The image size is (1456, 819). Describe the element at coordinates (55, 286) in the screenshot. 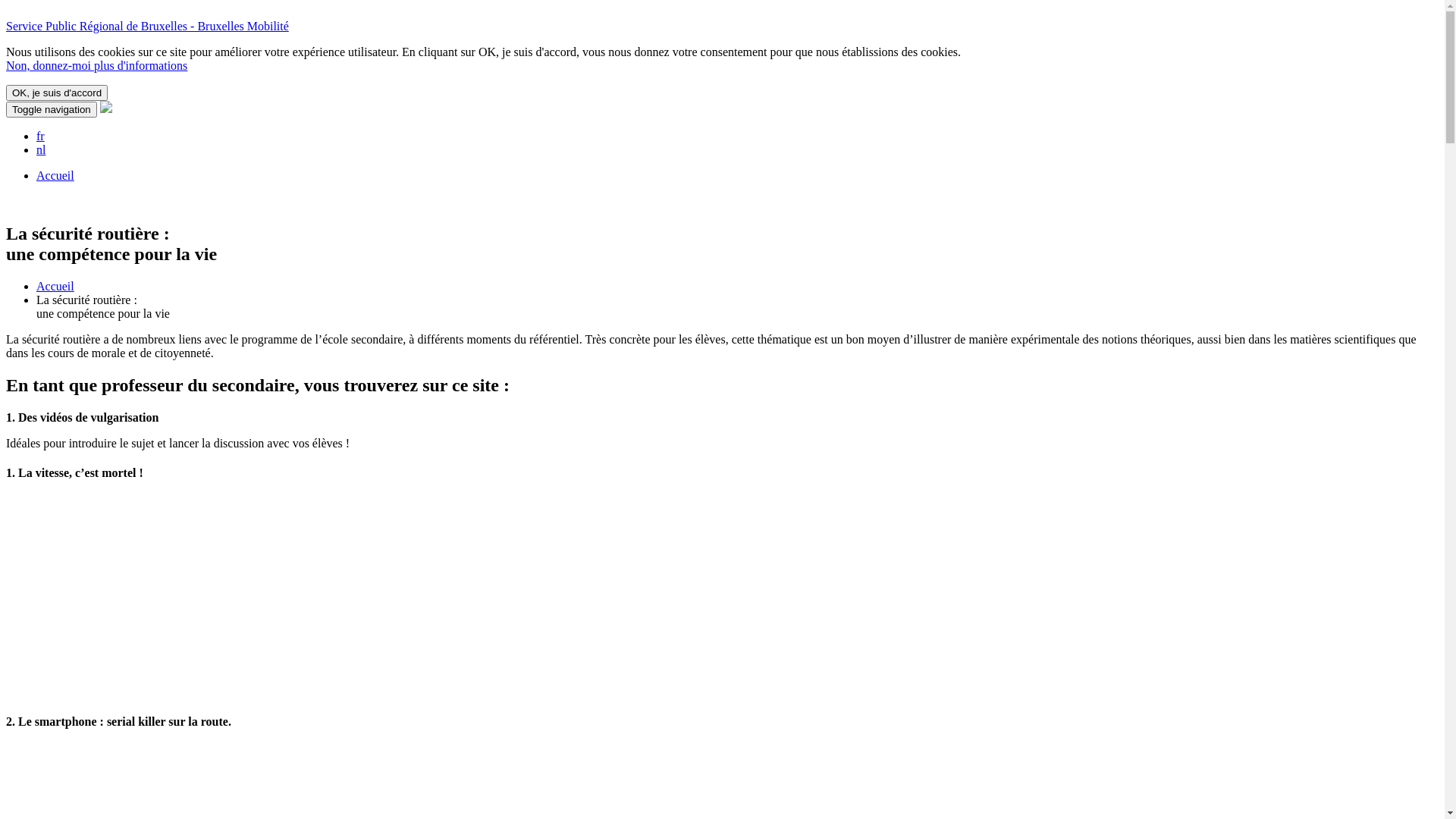

I see `'Accueil'` at that location.